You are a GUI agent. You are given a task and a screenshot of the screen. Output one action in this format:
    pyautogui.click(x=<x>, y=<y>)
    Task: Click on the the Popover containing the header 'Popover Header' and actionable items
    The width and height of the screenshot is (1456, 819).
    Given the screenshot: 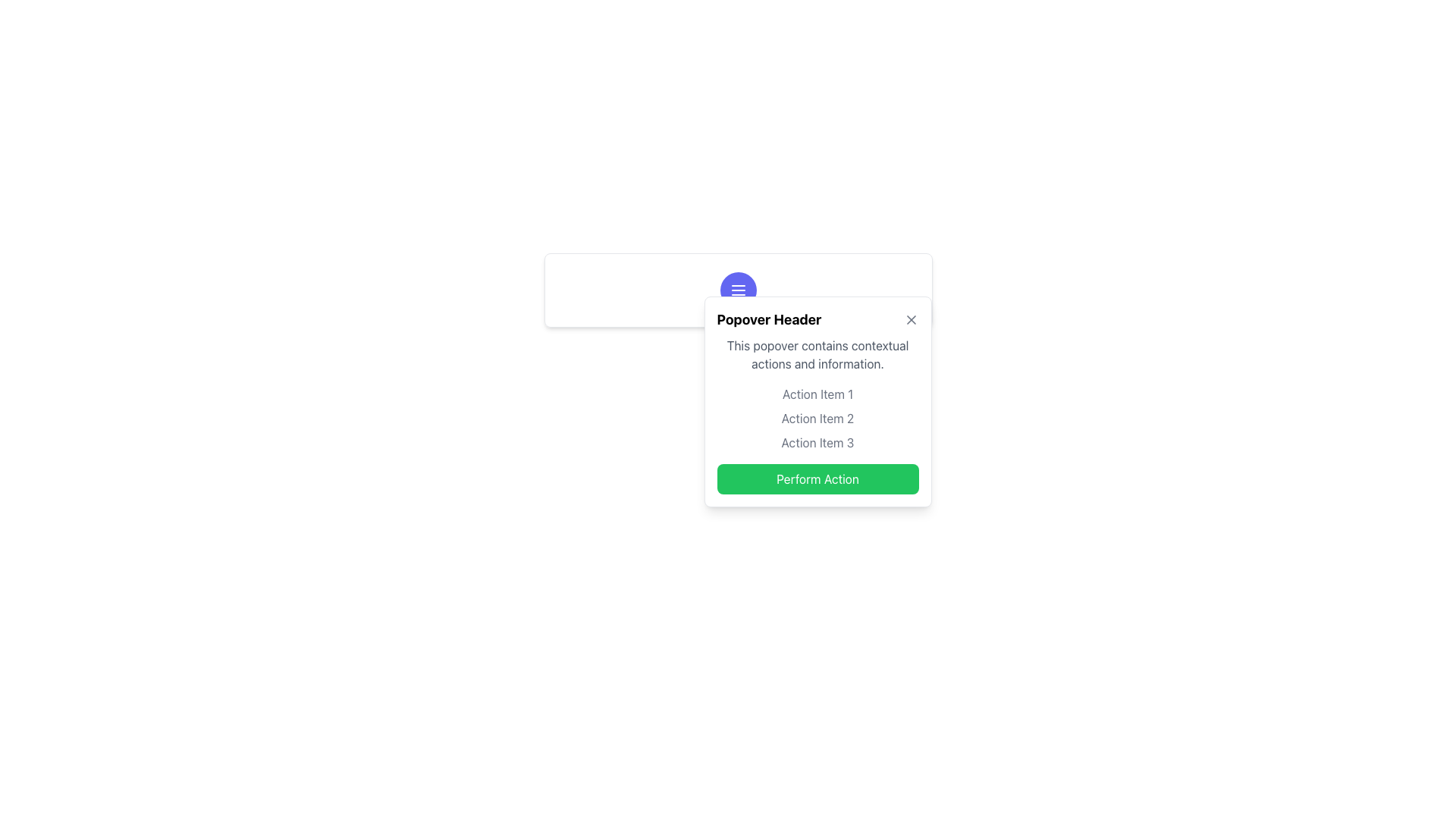 What is the action you would take?
    pyautogui.click(x=817, y=400)
    